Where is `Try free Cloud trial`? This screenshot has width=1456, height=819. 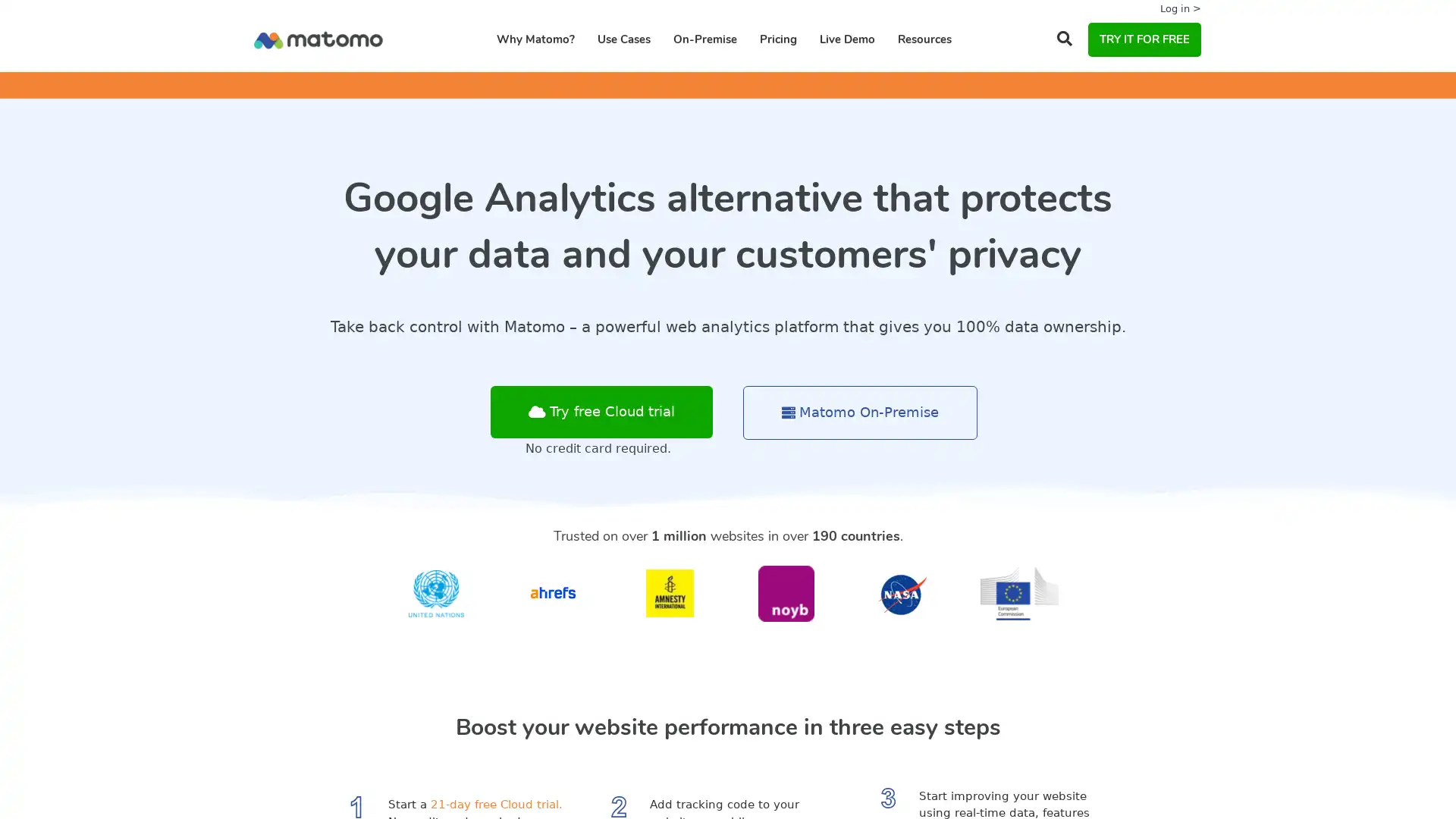 Try free Cloud trial is located at coordinates (601, 412).